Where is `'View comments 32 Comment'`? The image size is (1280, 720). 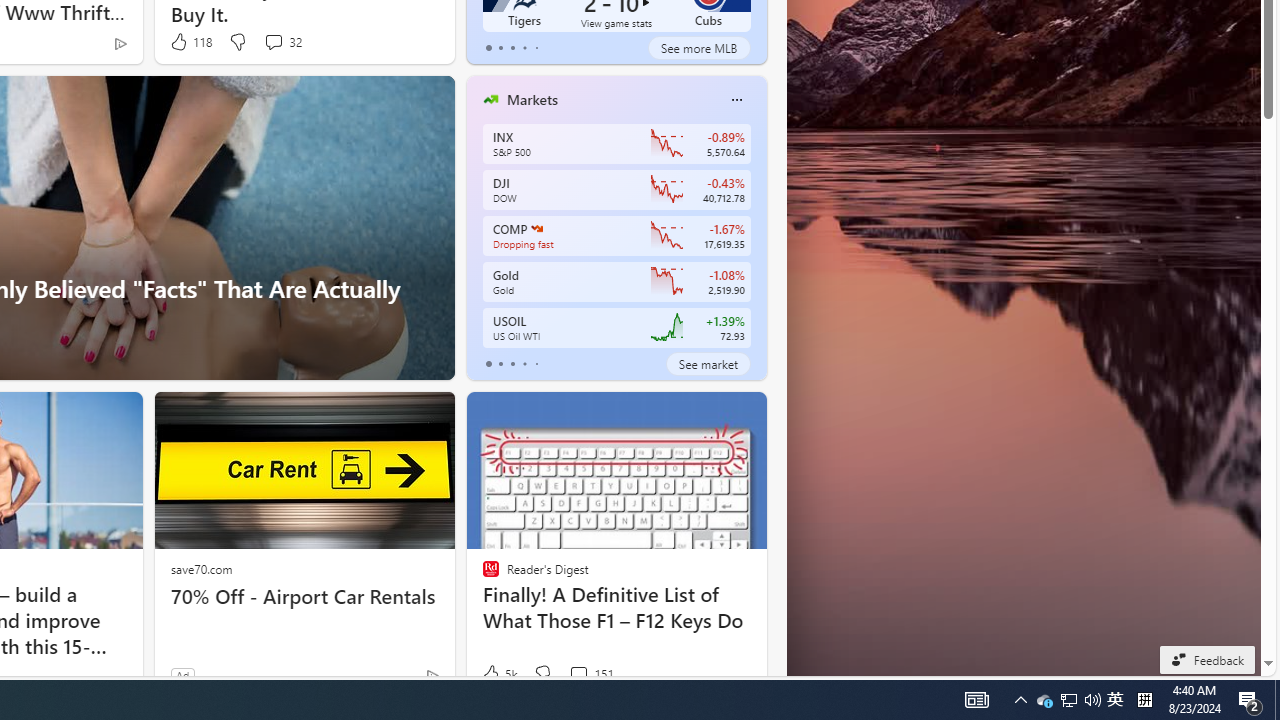
'View comments 32 Comment' is located at coordinates (272, 41).